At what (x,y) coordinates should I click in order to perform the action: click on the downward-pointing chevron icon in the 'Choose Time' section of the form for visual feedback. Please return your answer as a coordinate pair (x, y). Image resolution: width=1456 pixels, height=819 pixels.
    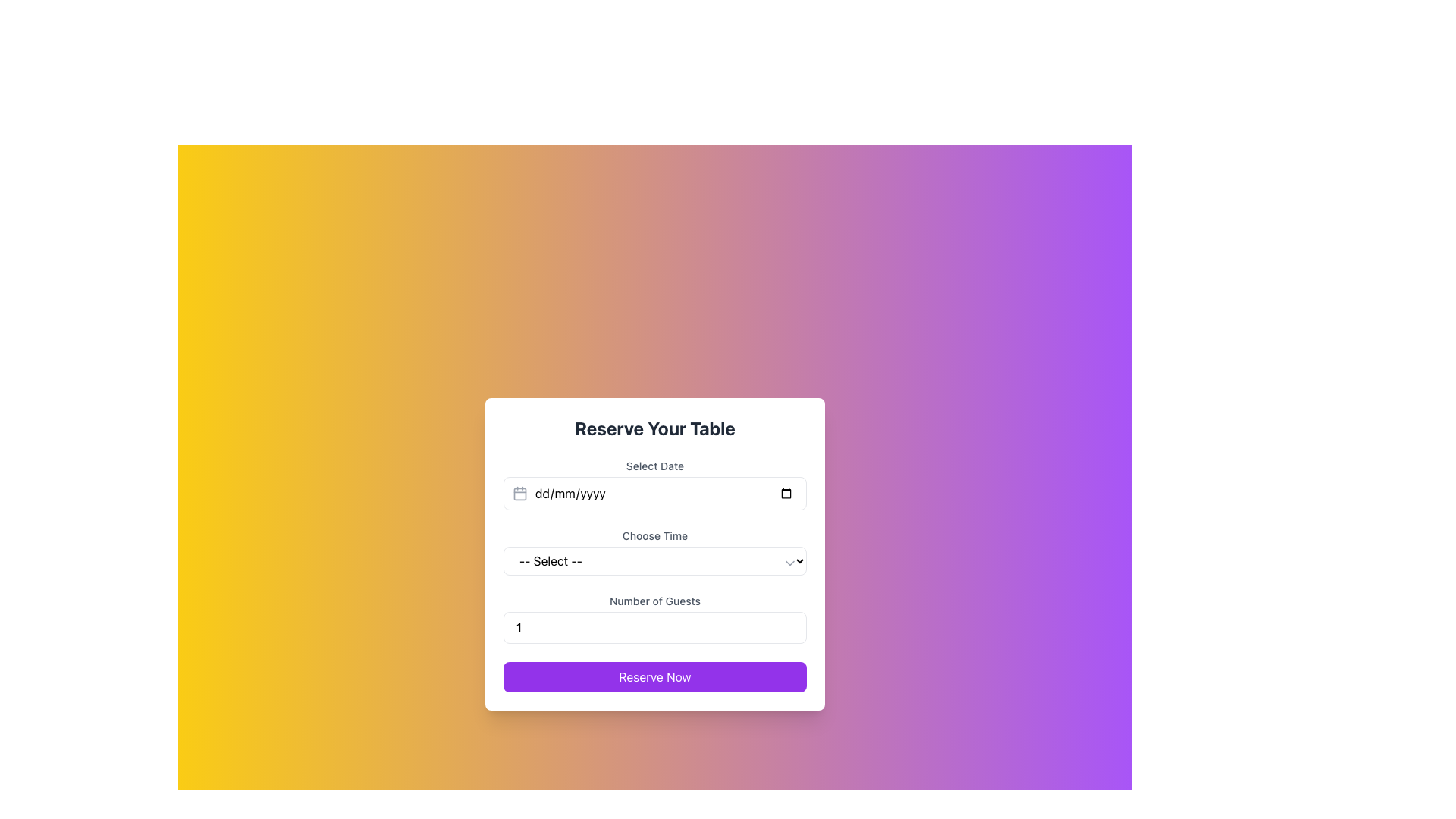
    Looking at the image, I should click on (789, 563).